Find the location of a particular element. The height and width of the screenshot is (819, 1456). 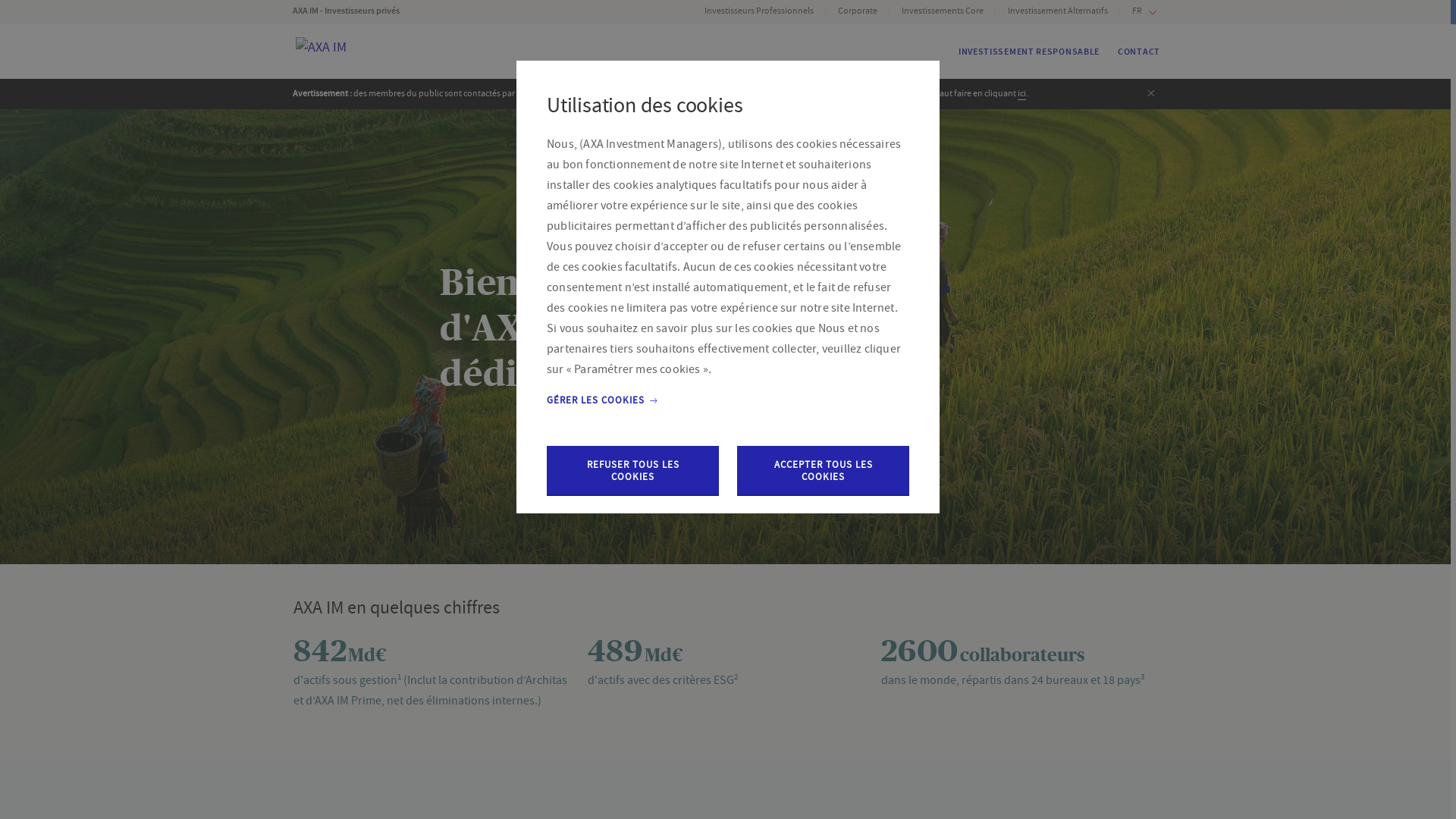

'Investissement Alternatifs' is located at coordinates (1057, 11).